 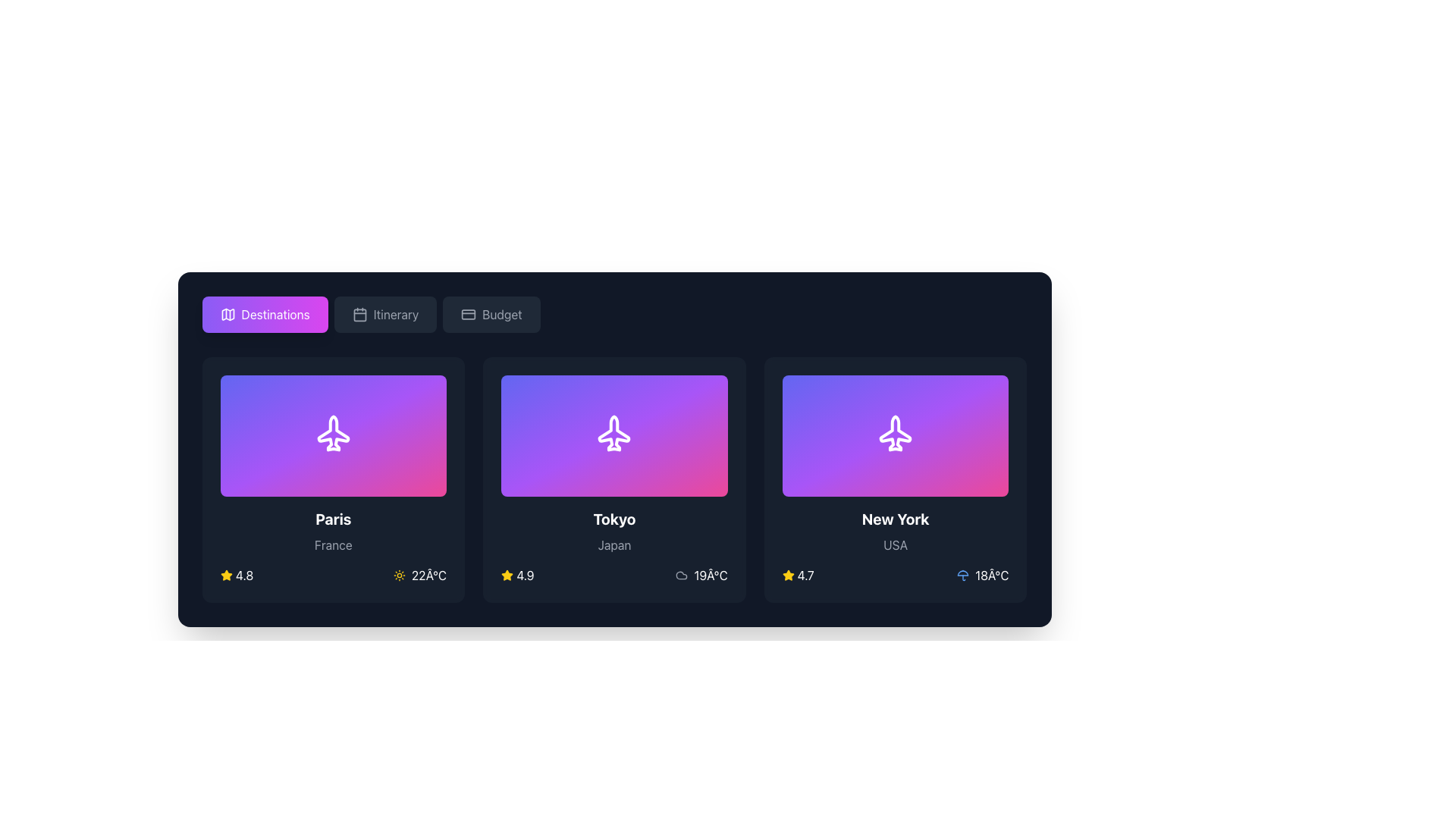 What do you see at coordinates (491, 314) in the screenshot?
I see `the budget navigation button, which is the third button in a row following 'Destinations' and 'Itinerary', to observe its hover effects` at bounding box center [491, 314].